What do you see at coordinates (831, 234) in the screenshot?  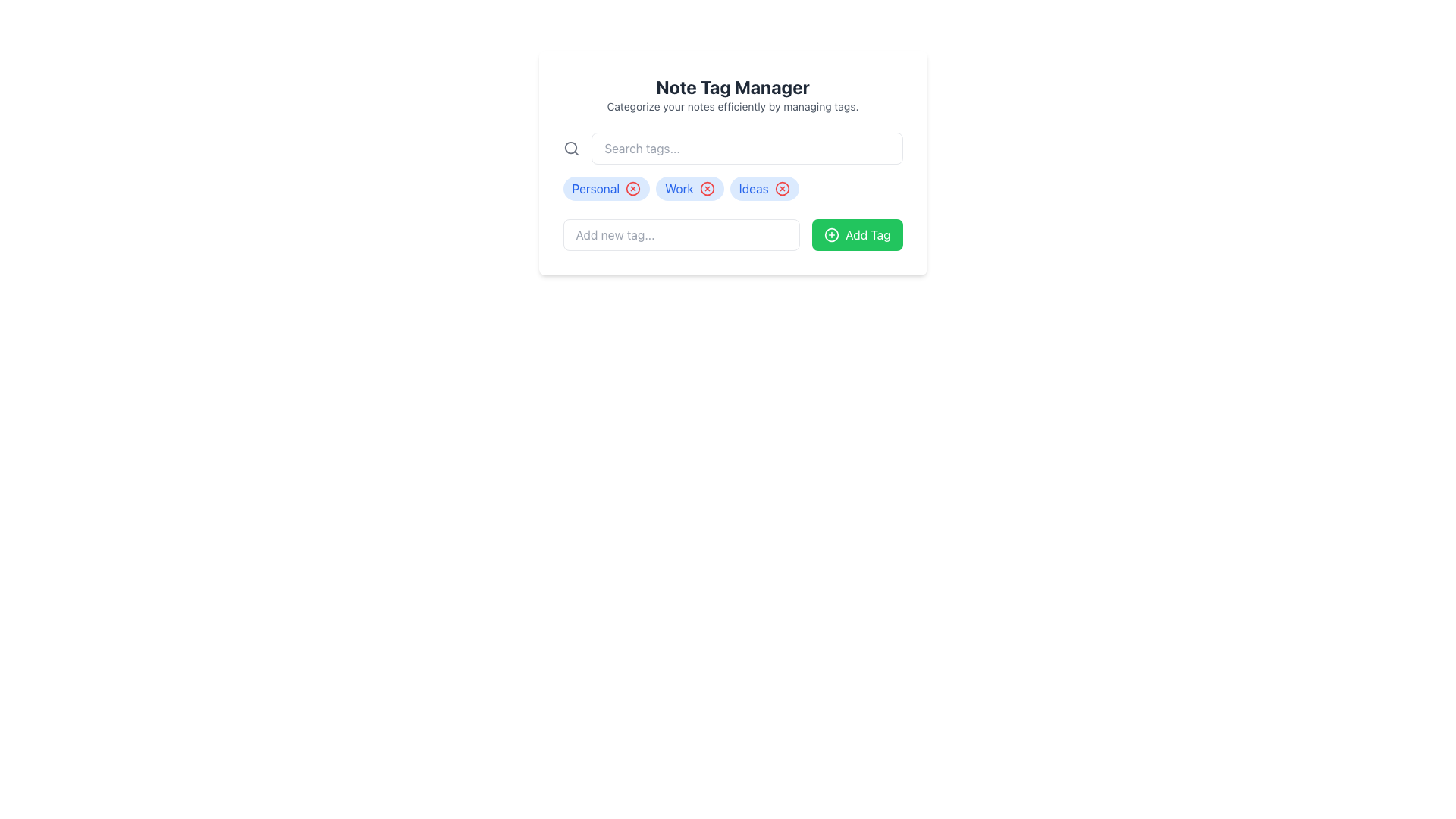 I see `the circular 'Add Tag' icon, which is a green button with a plus sign in the center, located at the bottom-right section of the card layout` at bounding box center [831, 234].